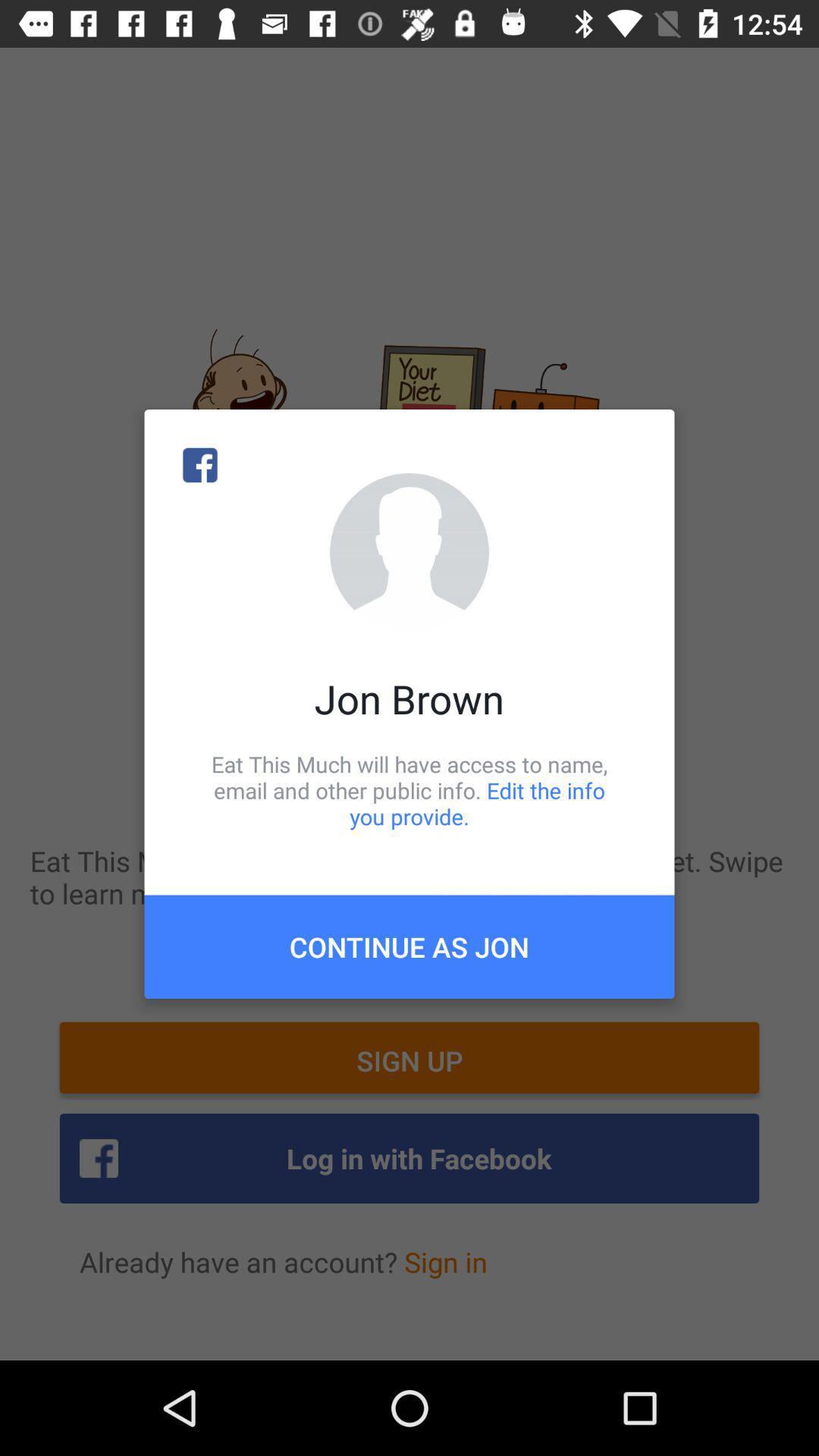 The width and height of the screenshot is (819, 1456). Describe the element at coordinates (409, 946) in the screenshot. I see `the continue as jon icon` at that location.